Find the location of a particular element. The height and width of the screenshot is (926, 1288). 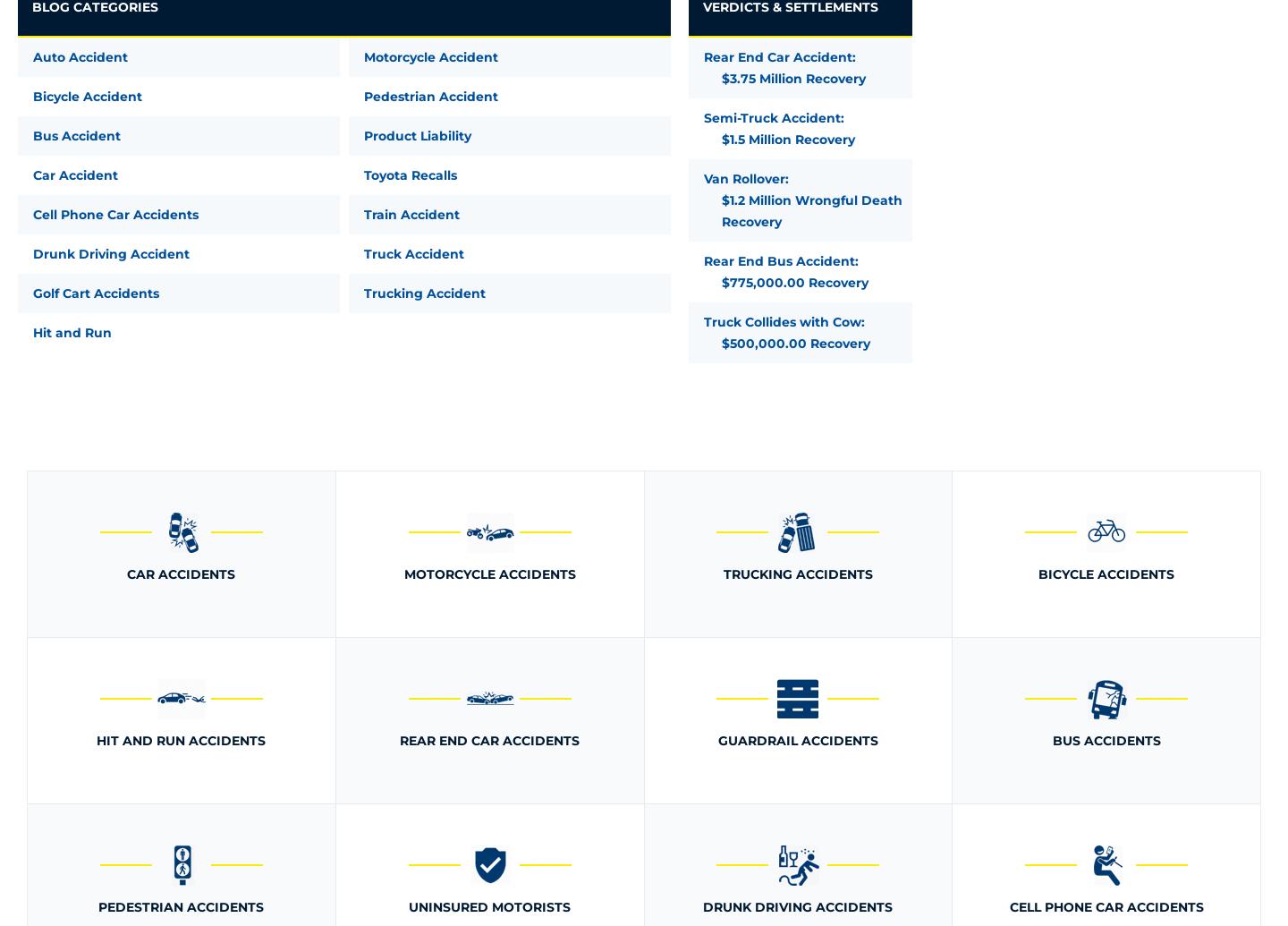

'Pedestrian Accidents' is located at coordinates (181, 905).